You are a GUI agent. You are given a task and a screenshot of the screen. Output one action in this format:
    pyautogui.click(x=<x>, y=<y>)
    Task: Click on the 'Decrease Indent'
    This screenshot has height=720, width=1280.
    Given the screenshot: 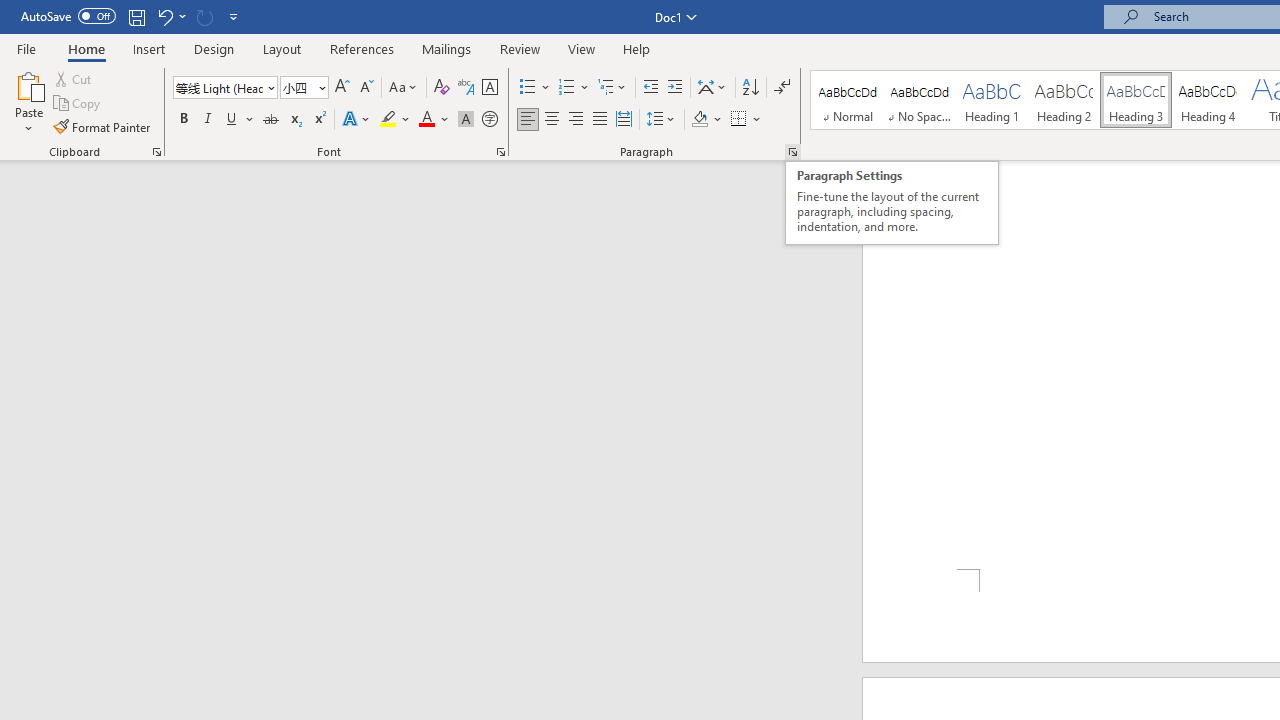 What is the action you would take?
    pyautogui.click(x=650, y=86)
    